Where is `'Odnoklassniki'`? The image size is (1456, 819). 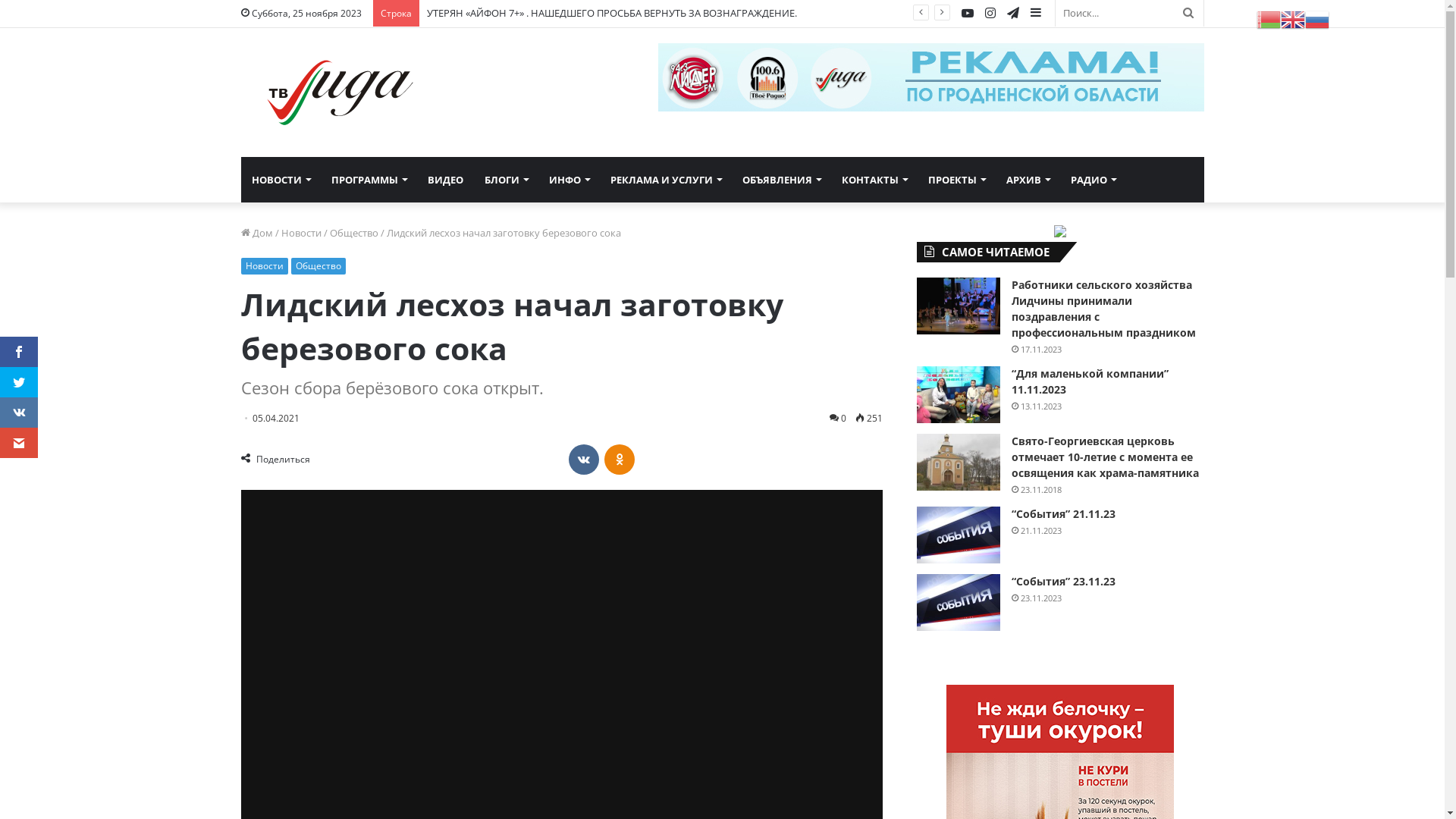 'Odnoklassniki' is located at coordinates (619, 458).